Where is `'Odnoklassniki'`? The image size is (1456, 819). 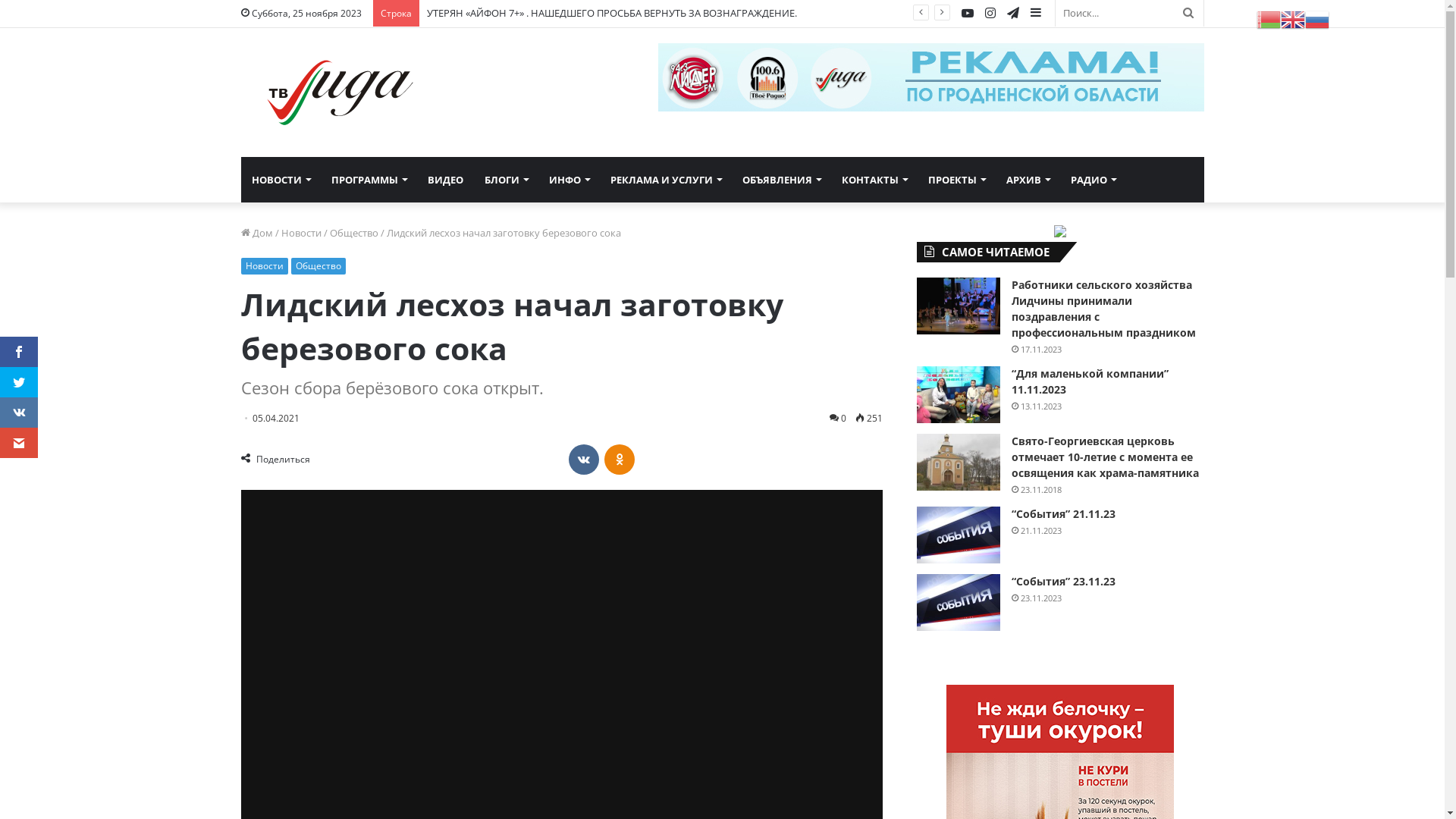 'Odnoklassniki' is located at coordinates (619, 458).